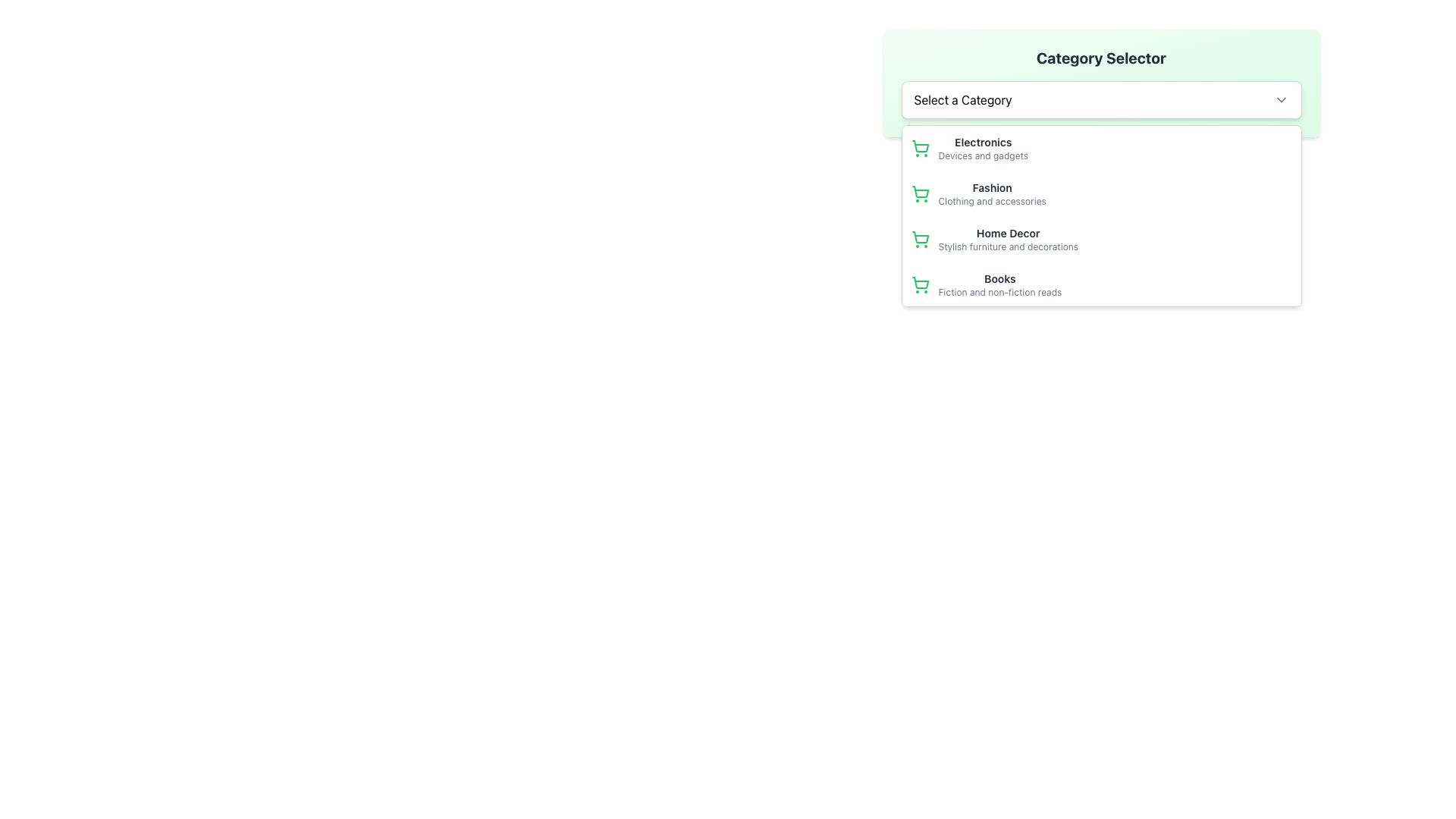  I want to click on text label identifying the 'Electronics' category in the dropdown menu titled 'Category Selector', which is positioned above the 'Devices and gadgets' text element, so click(983, 143).